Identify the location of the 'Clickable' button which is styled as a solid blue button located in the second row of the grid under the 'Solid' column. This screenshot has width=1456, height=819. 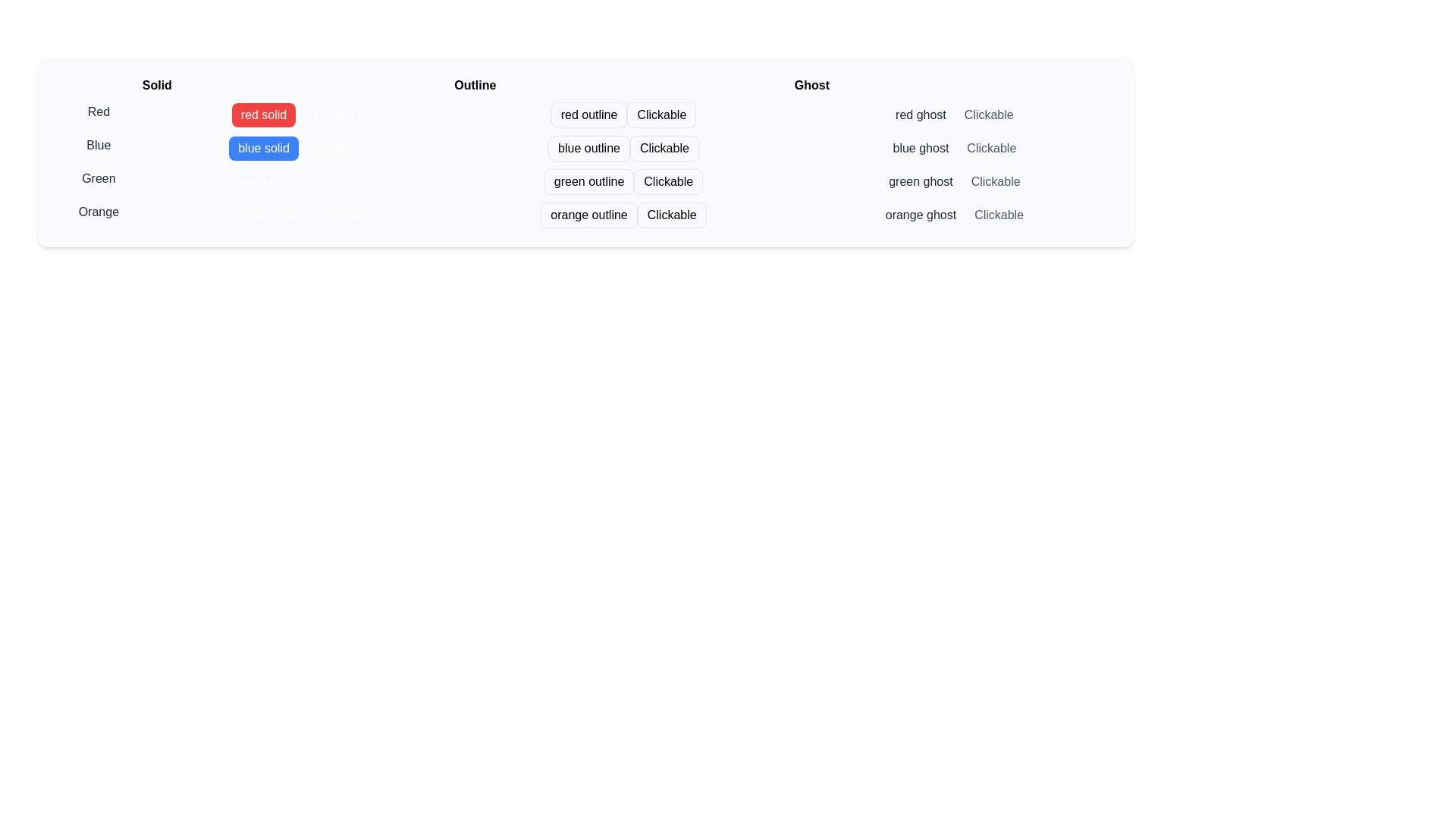
(297, 146).